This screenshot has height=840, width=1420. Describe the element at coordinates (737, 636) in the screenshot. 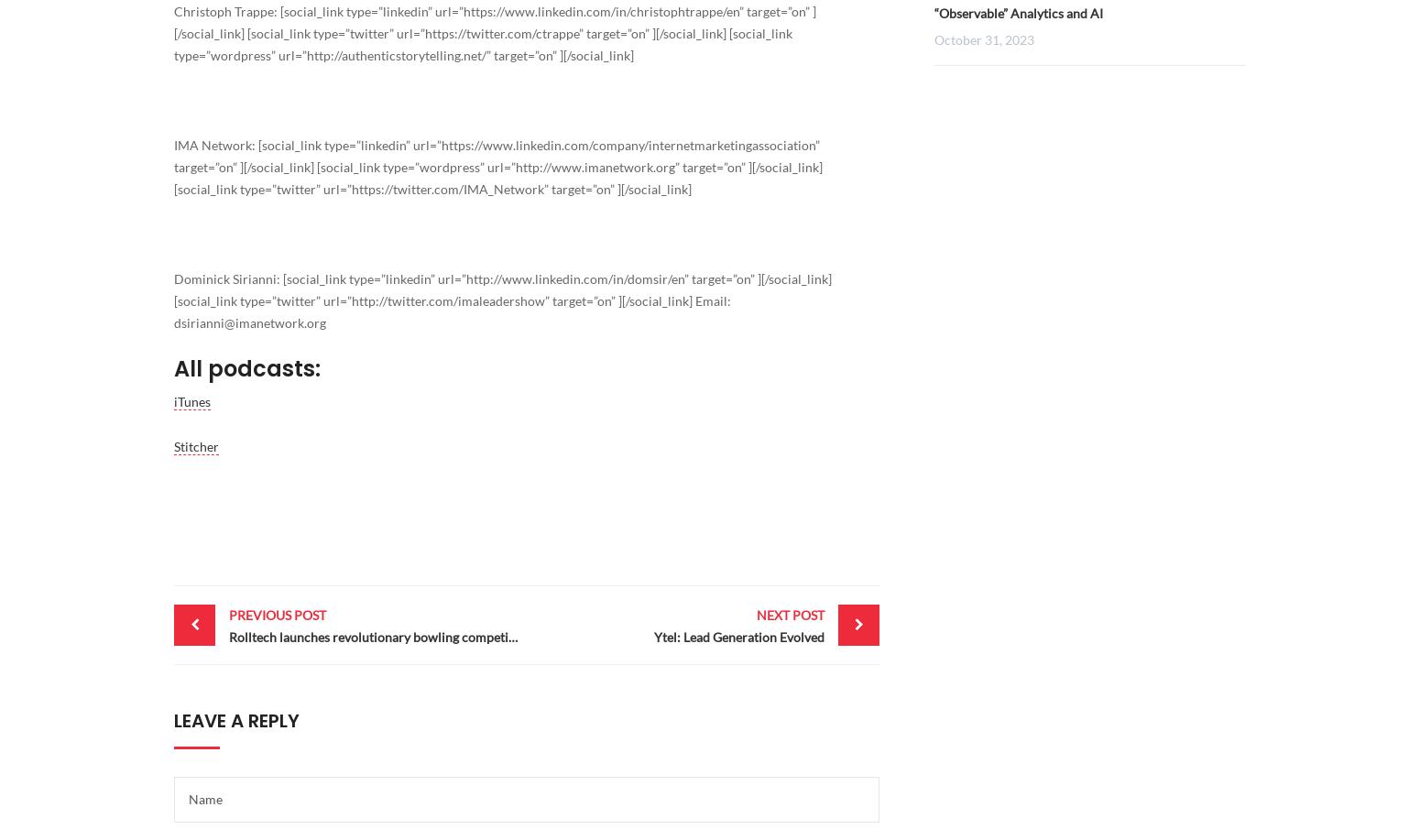

I see `'Ytel: Lead Generation Evolved'` at that location.